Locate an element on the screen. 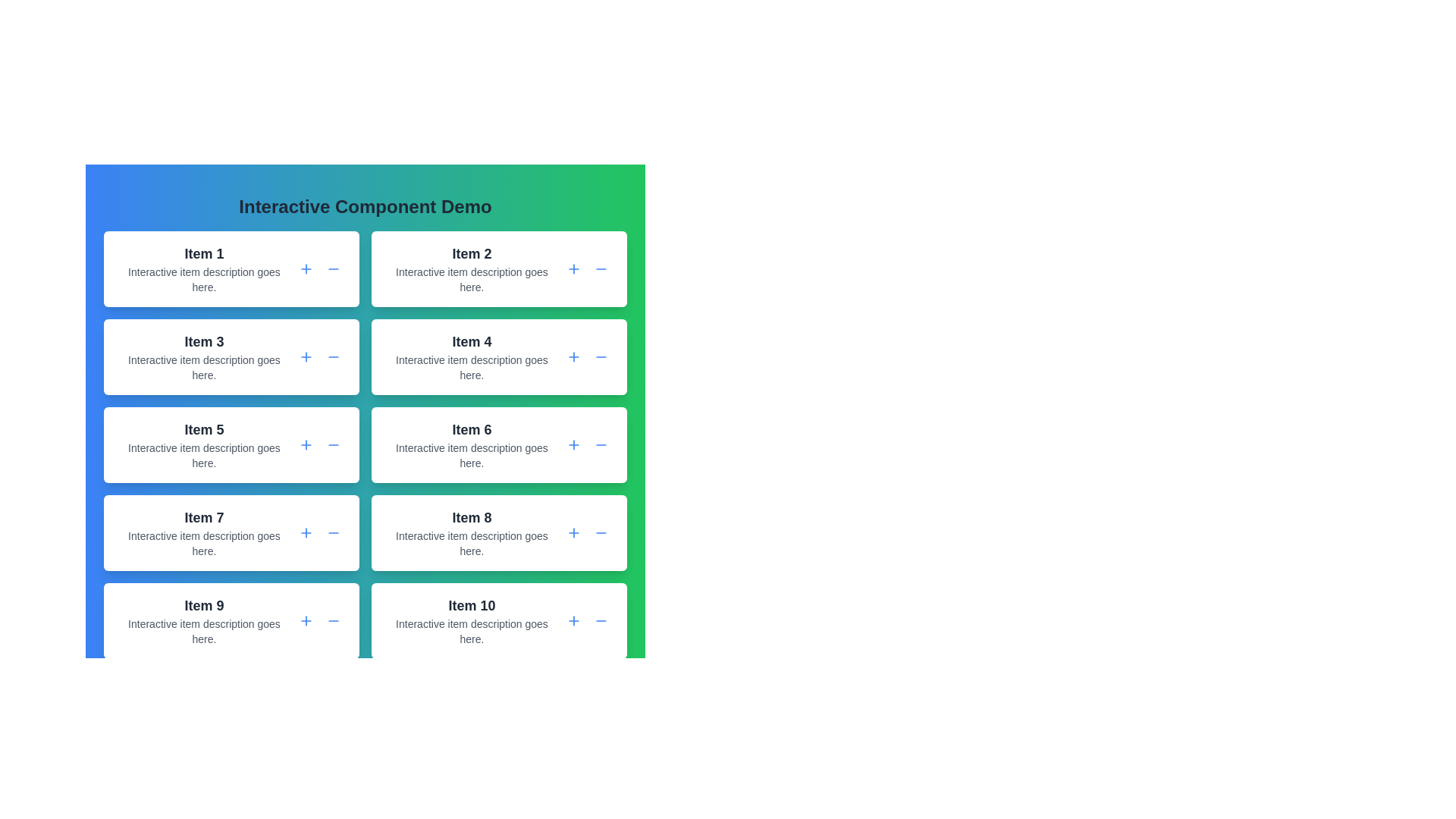  the Text display component that shows 'Item 2' as the title and 'Interactive item description goes here' as the subtitle, which is styled with a bold larger font and a smaller gray font respectively is located at coordinates (471, 268).